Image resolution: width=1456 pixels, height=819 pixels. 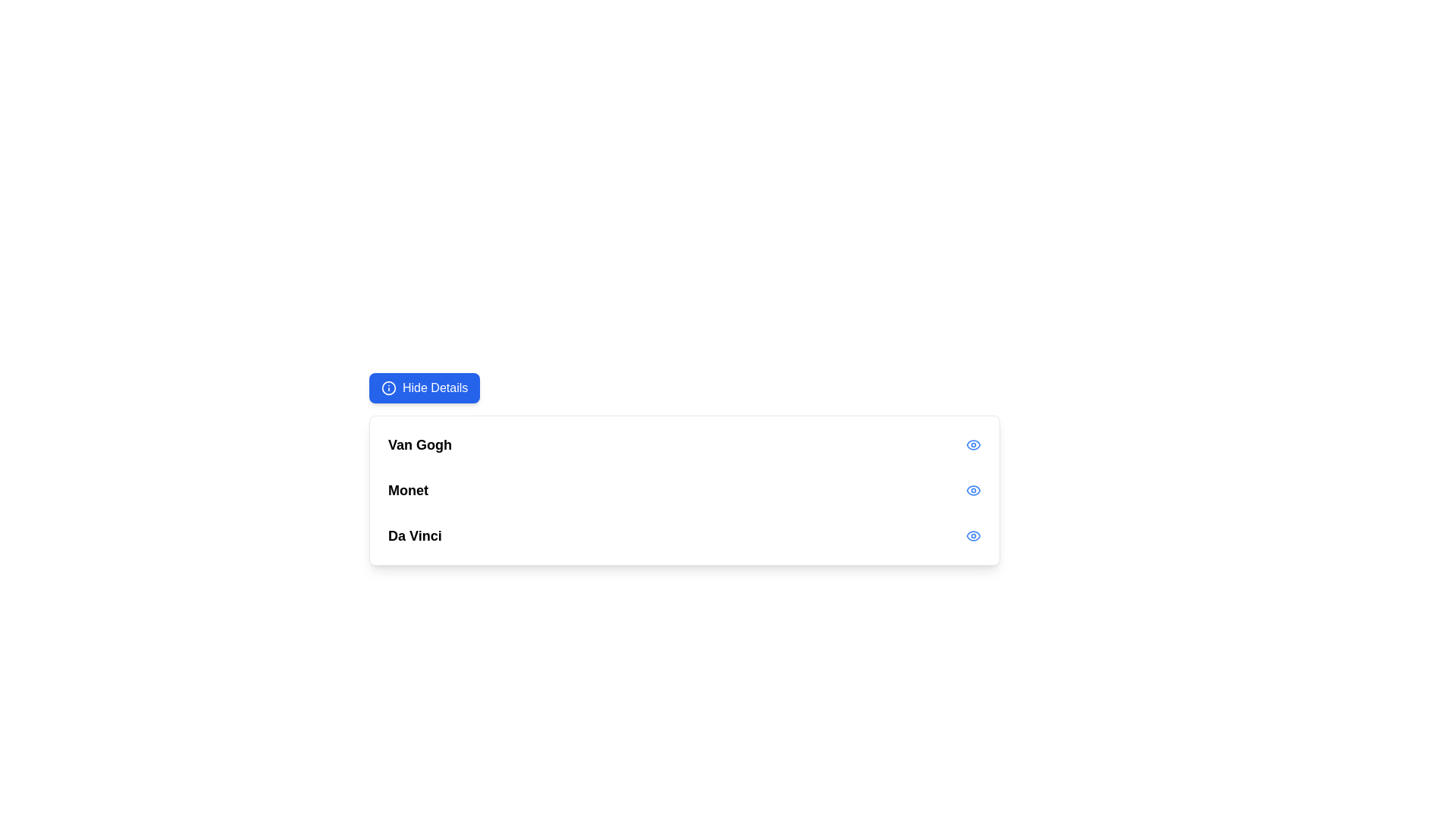 I want to click on the text label displaying 'Da Vinci', which is the last item in a vertically stacked list of text labels, so click(x=415, y=535).